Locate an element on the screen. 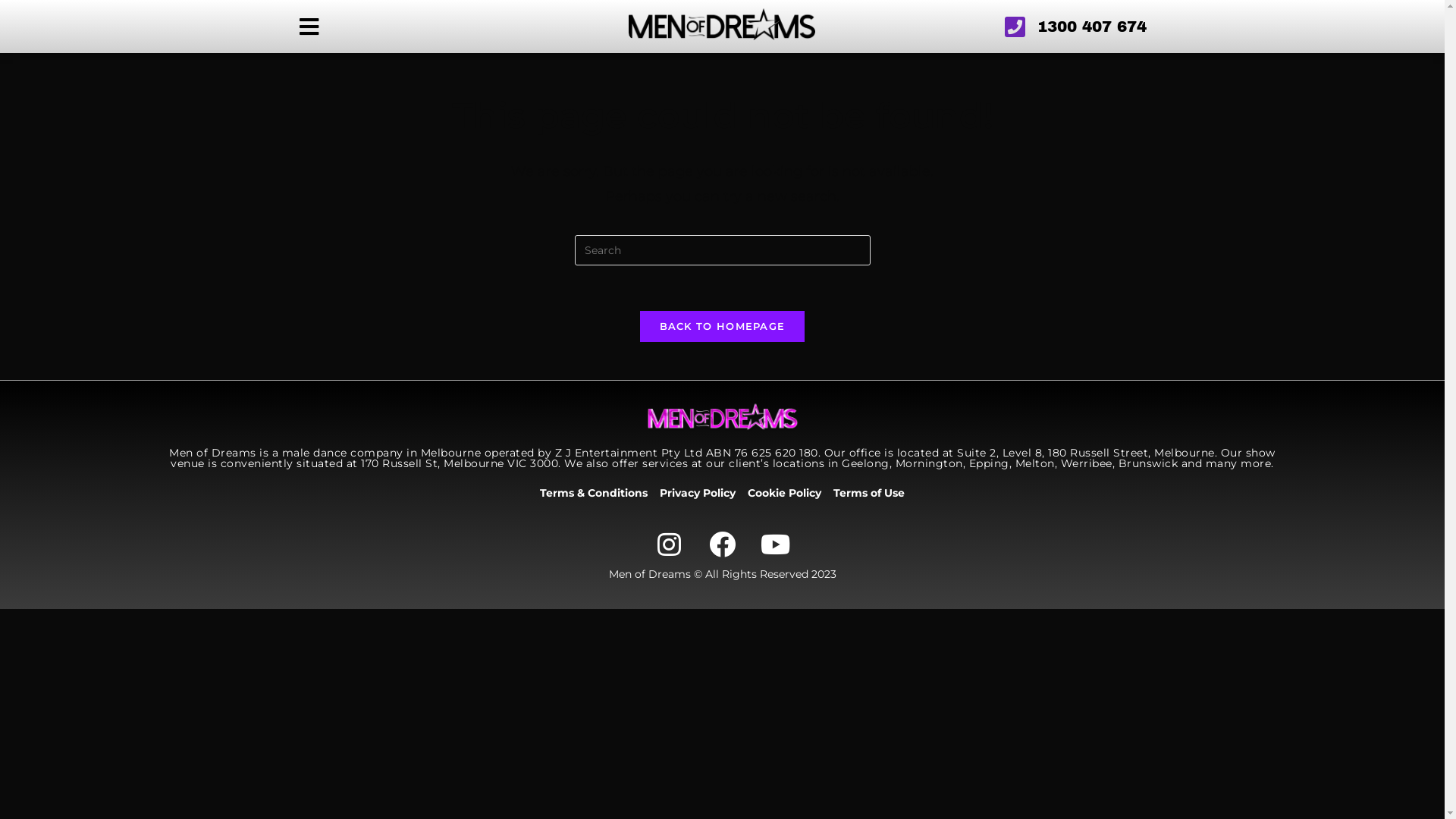  'Cookie Policy' is located at coordinates (784, 493).